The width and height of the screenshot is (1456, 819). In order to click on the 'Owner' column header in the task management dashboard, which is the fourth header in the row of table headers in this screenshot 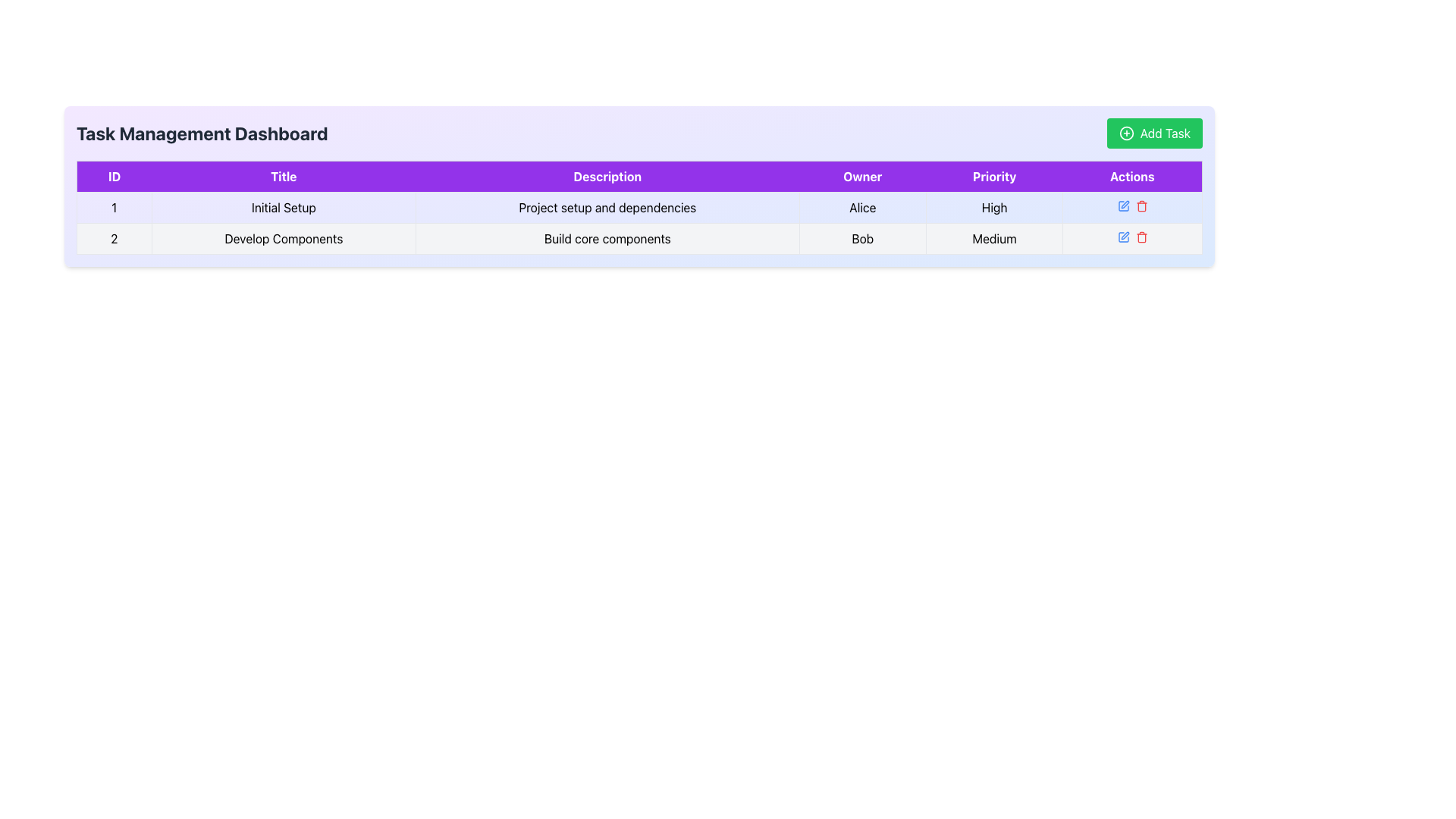, I will do `click(862, 175)`.